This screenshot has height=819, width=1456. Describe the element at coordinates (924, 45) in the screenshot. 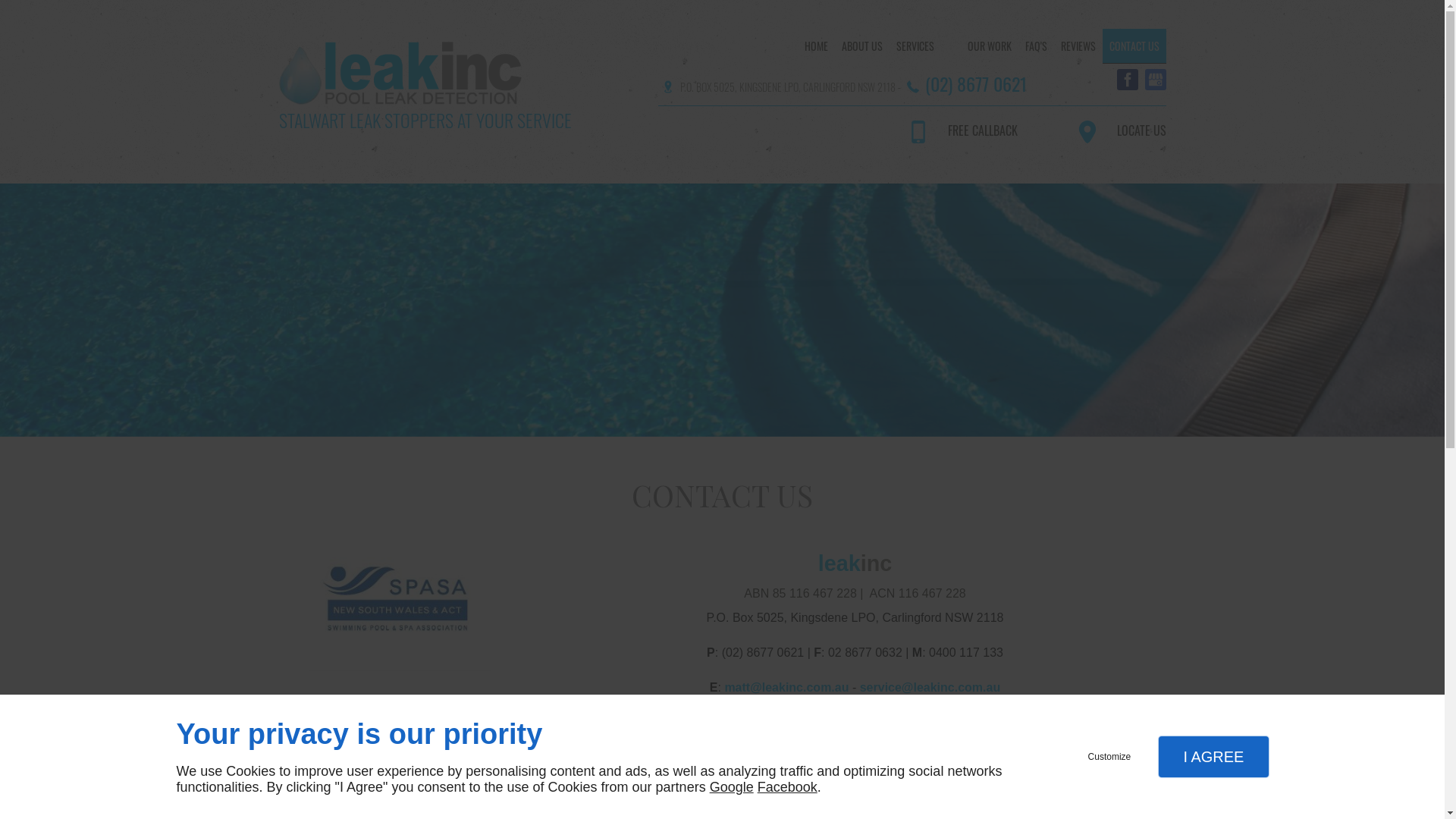

I see `'SERVICES'` at that location.